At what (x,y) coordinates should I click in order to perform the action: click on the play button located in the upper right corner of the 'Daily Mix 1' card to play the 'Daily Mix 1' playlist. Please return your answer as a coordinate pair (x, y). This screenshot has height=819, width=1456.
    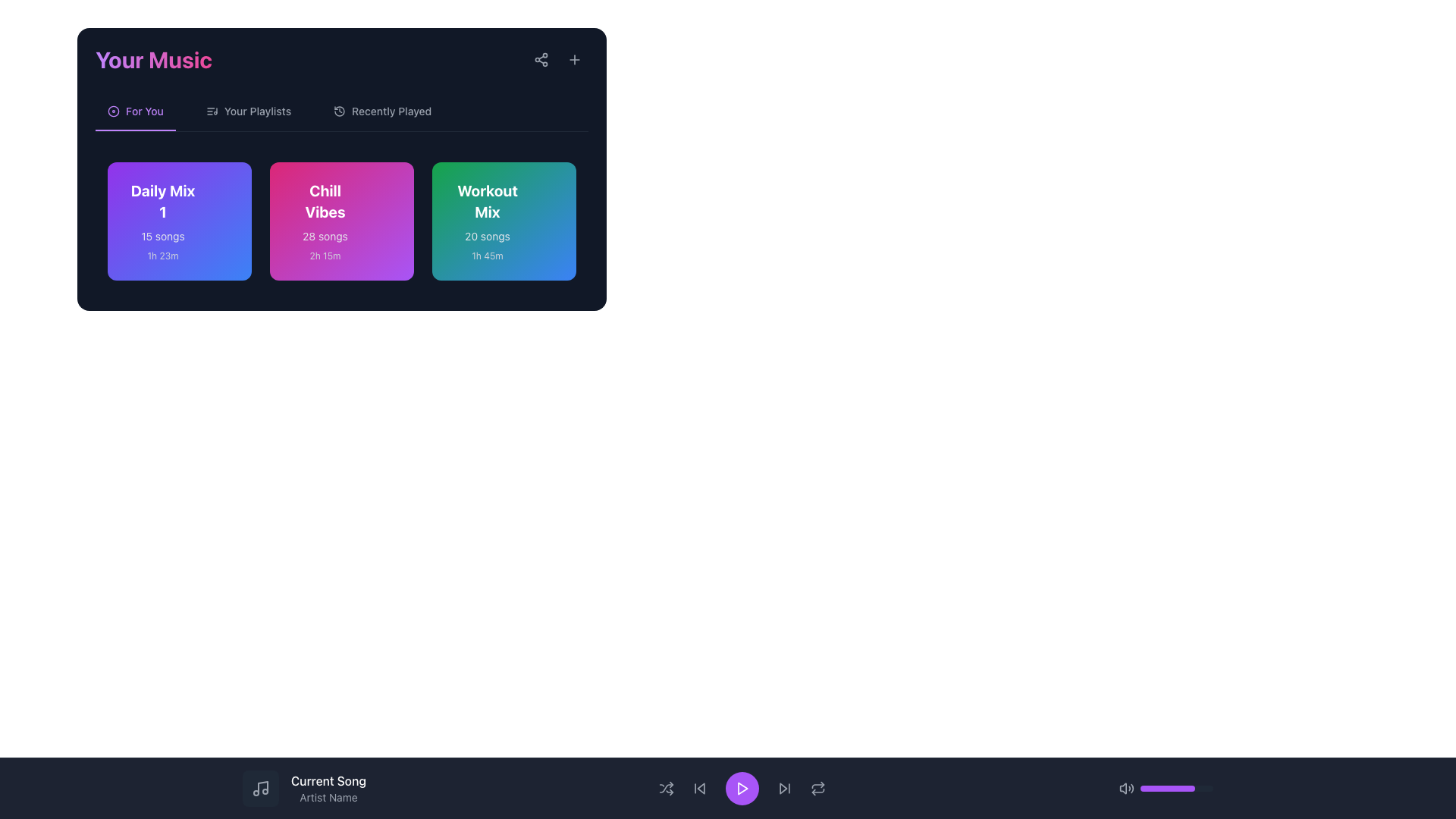
    Looking at the image, I should click on (216, 196).